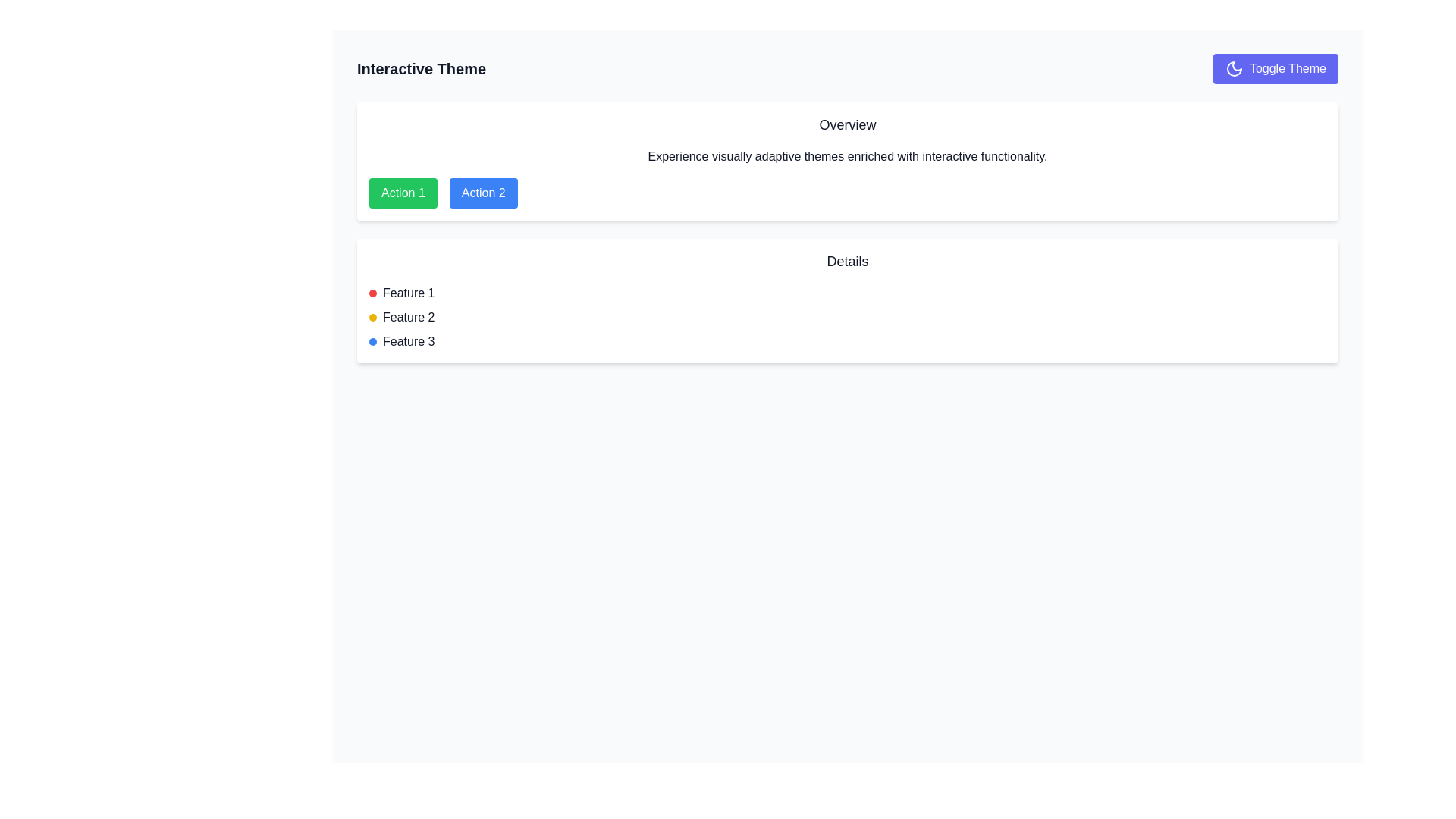 The width and height of the screenshot is (1456, 819). I want to click on information contained in the text component displaying the message: 'Experience visually adaptive themes enriched with interactive functionality.', so click(847, 157).